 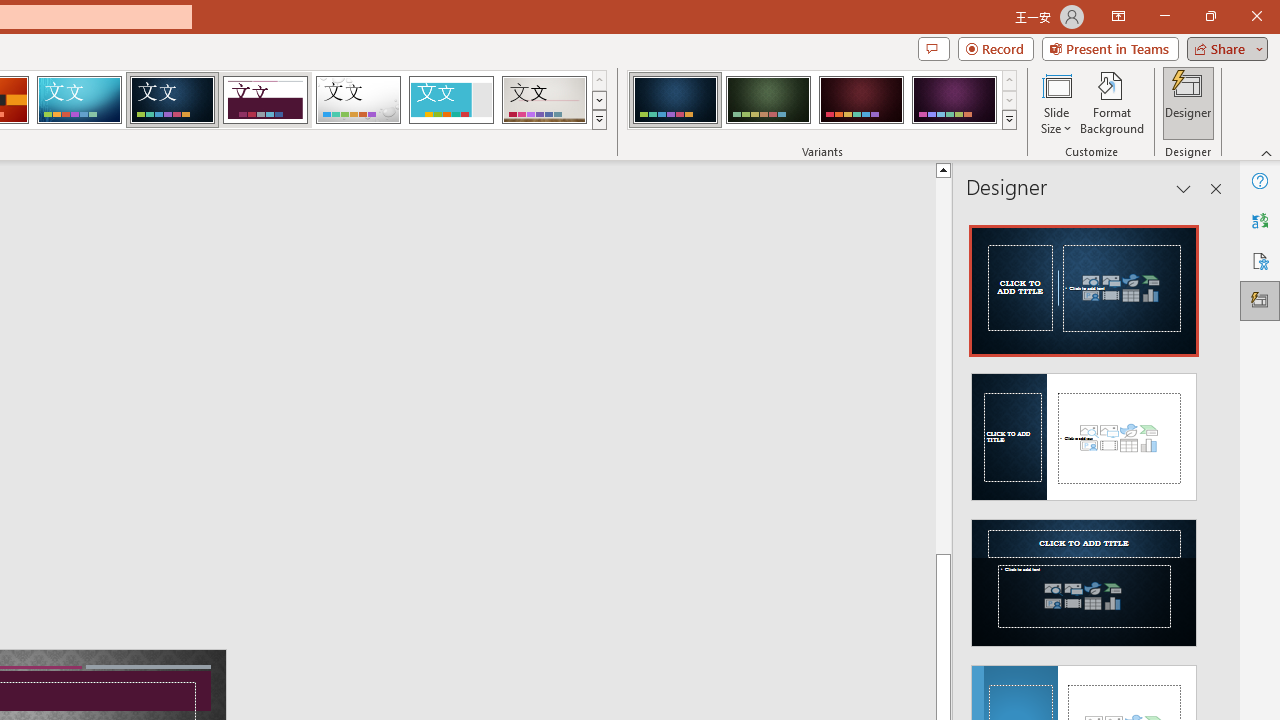 What do you see at coordinates (1222, 47) in the screenshot?
I see `'Share'` at bounding box center [1222, 47].